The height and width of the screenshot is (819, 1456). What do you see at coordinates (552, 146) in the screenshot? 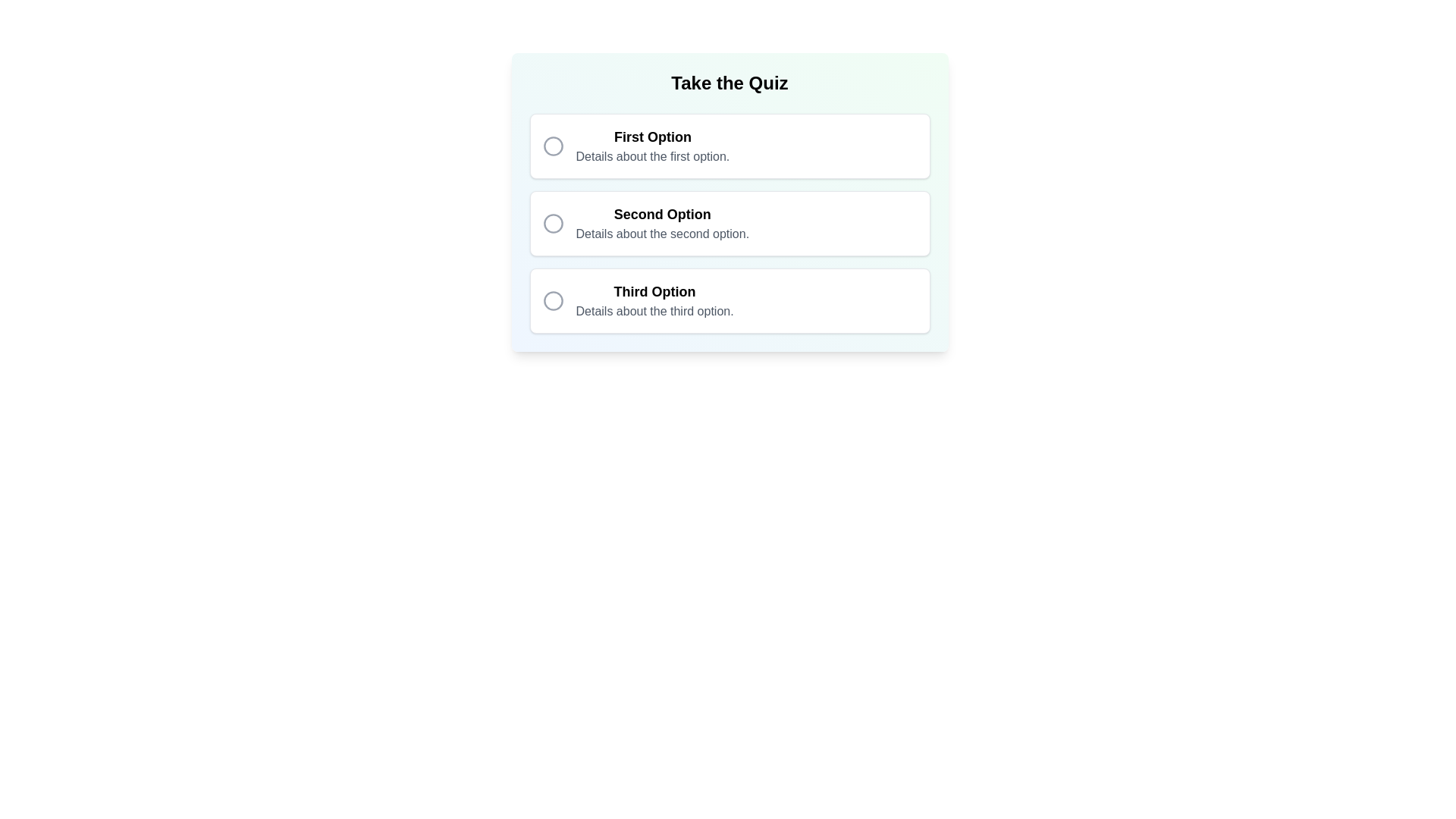
I see `the circular outline icon located to the left of the 'First Option' text in the option list` at bounding box center [552, 146].